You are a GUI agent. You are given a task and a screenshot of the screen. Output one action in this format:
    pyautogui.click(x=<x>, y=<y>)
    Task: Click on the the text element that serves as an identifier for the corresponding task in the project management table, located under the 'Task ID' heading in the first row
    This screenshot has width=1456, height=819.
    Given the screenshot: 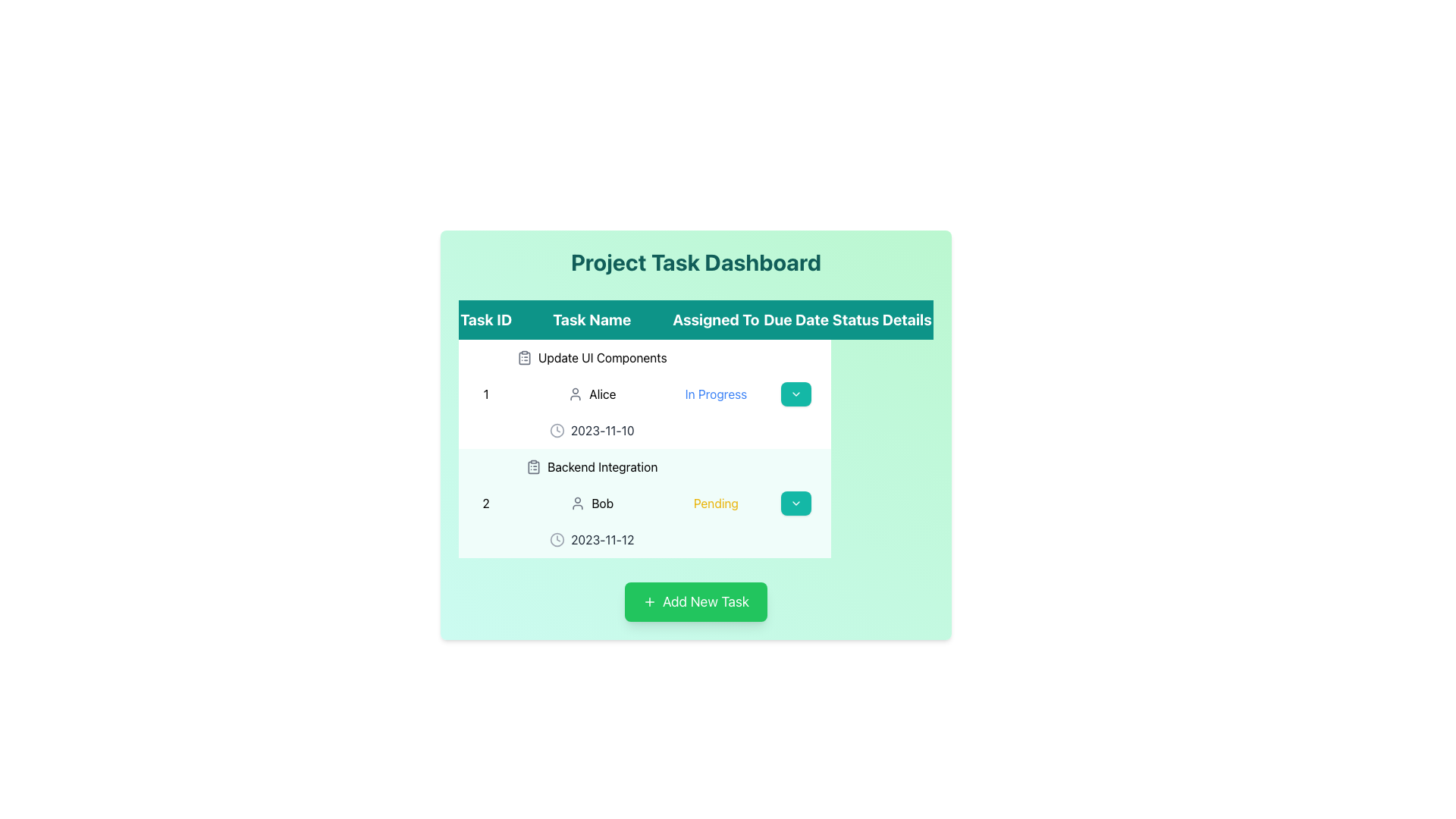 What is the action you would take?
    pyautogui.click(x=486, y=394)
    